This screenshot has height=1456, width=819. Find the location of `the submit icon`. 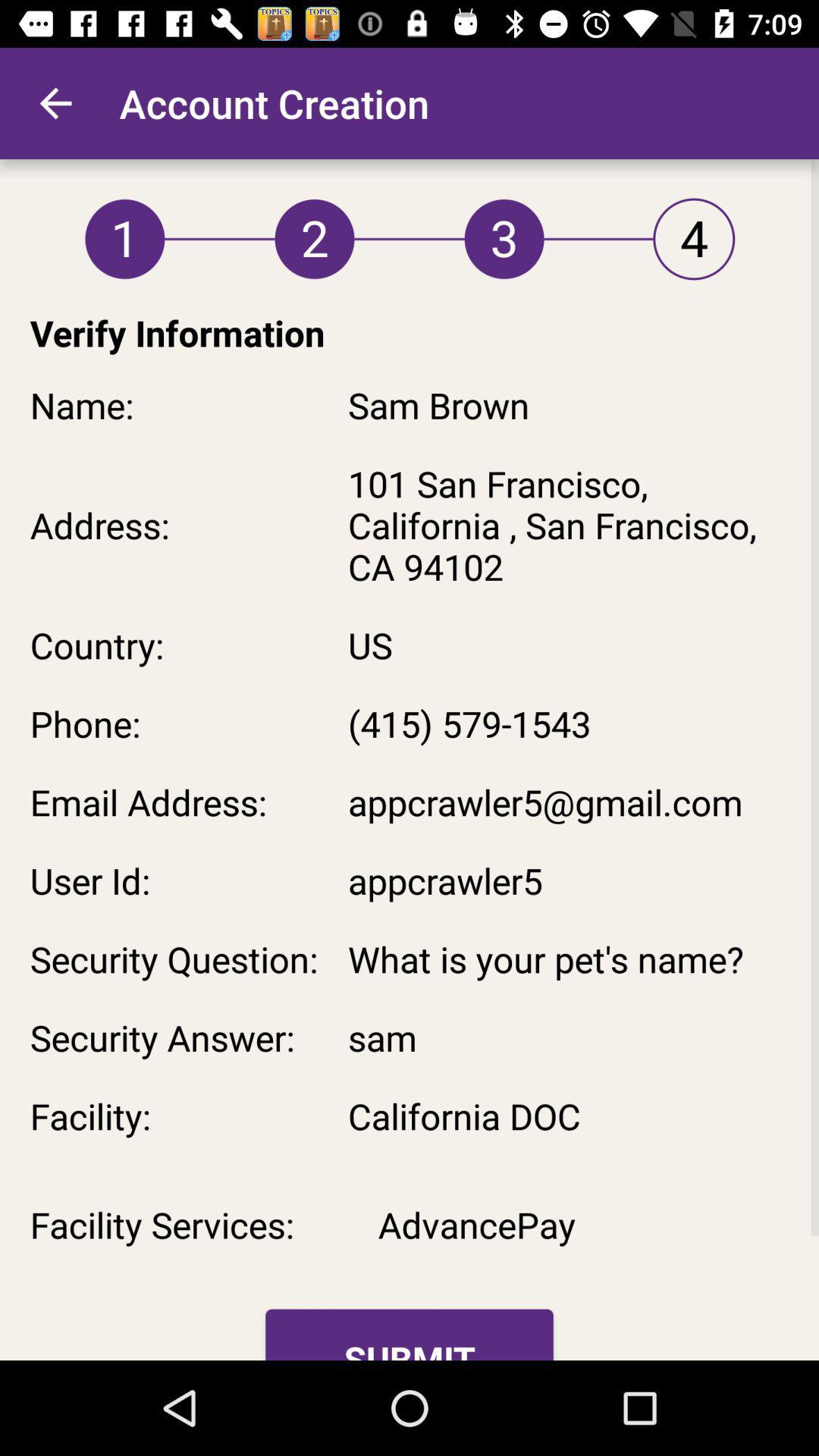

the submit icon is located at coordinates (409, 1335).